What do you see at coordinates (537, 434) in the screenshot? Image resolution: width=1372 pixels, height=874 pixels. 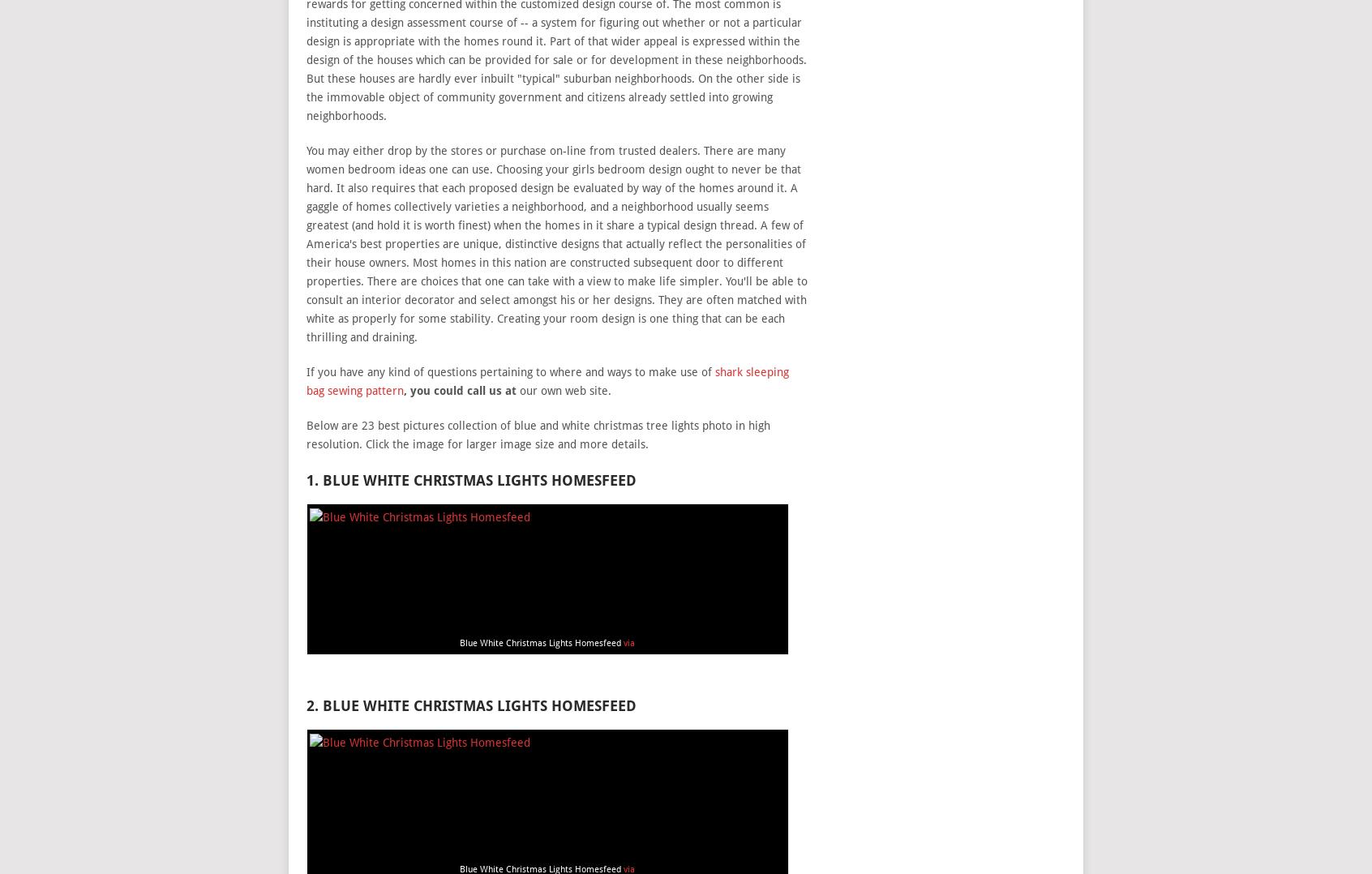 I see `'Below are  23 best pictures collection of blue and white christmas tree lights photo in high resolution. Click the image for larger image size and more details.'` at bounding box center [537, 434].